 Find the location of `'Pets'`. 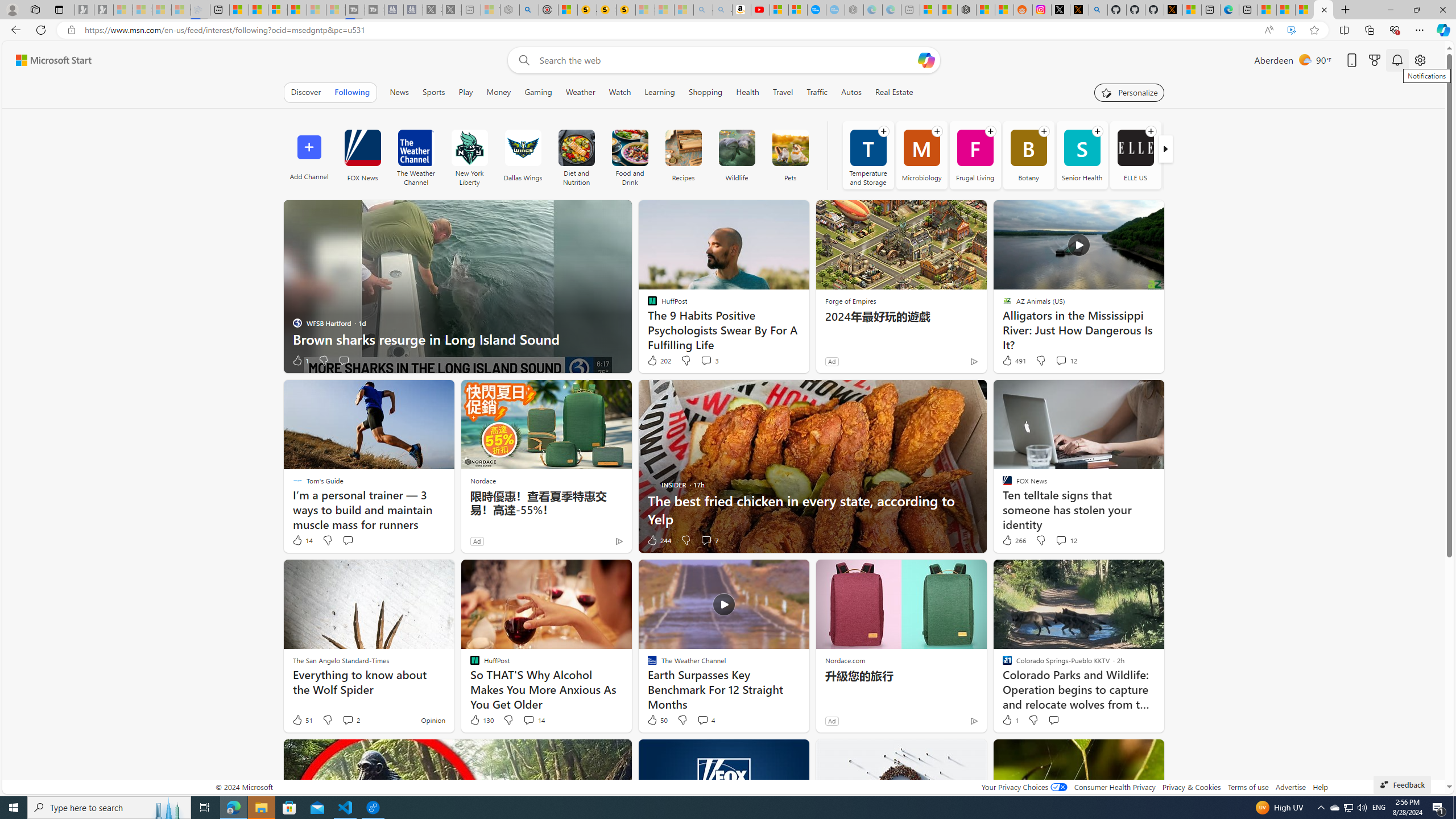

'Pets' is located at coordinates (791, 154).